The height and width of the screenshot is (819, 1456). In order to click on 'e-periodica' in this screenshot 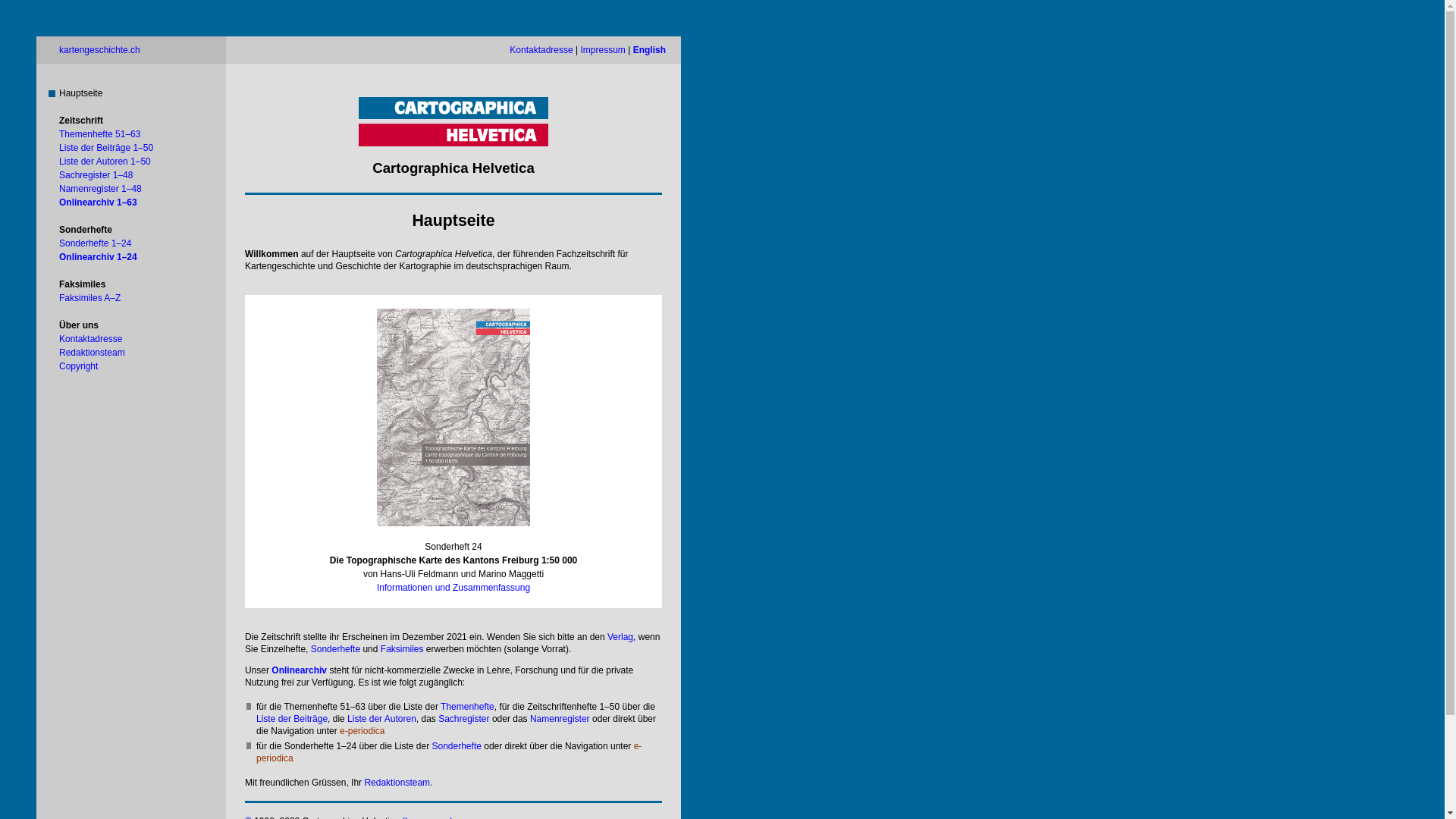, I will do `click(361, 730)`.